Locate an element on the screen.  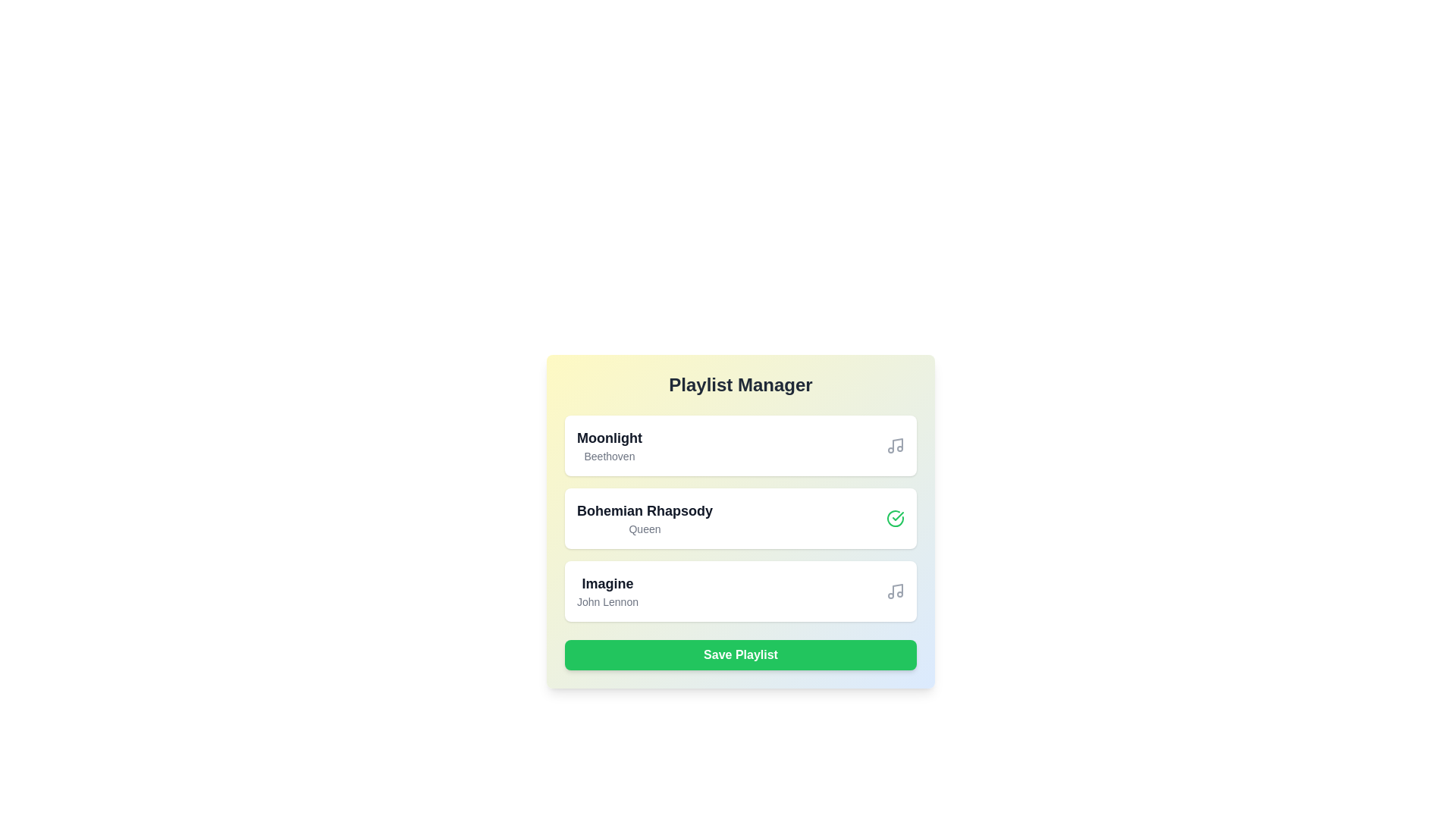
the icon for the song titled Imagine is located at coordinates (895, 590).